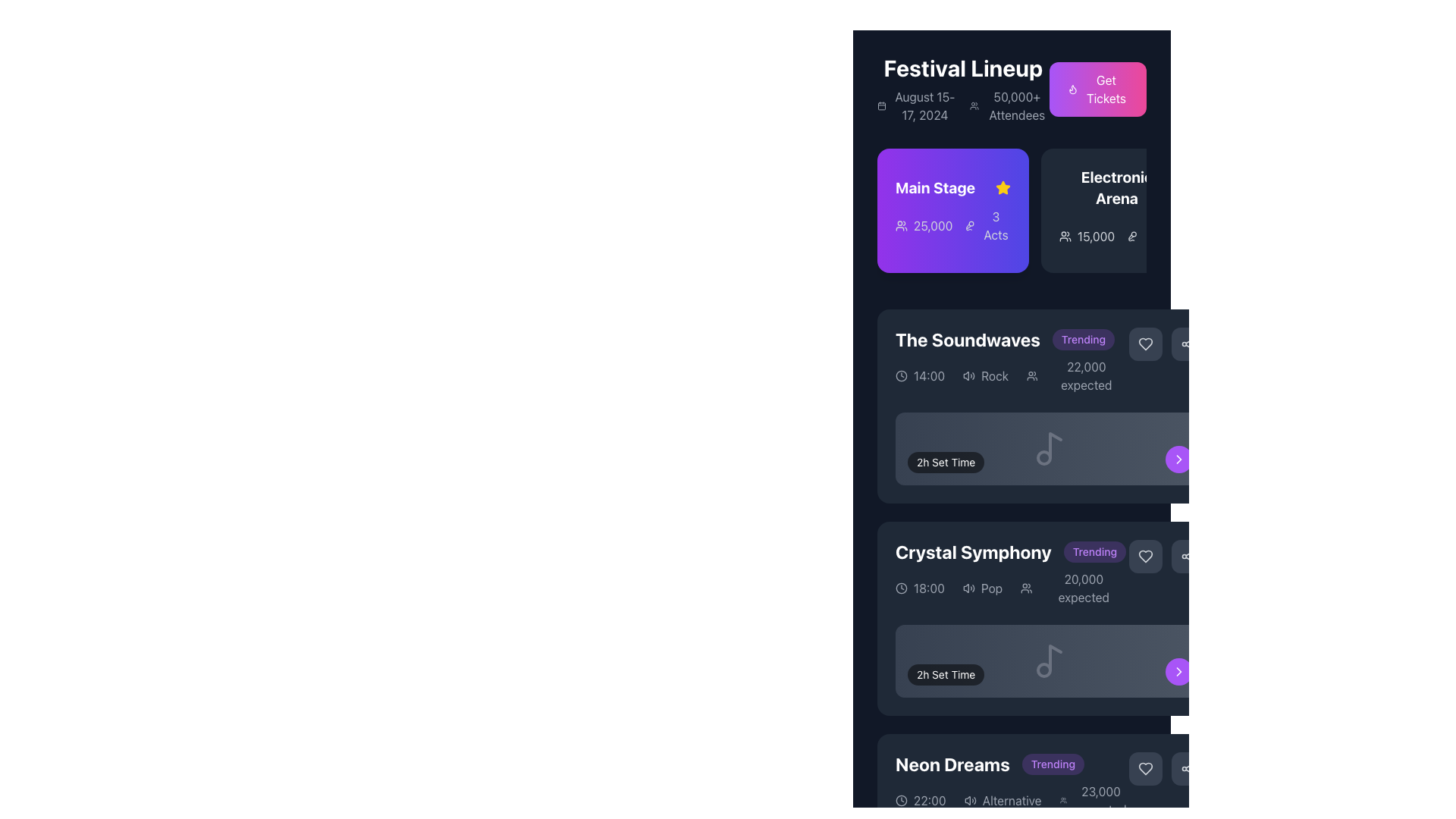  Describe the element at coordinates (1106, 89) in the screenshot. I see `the 'Get Tickets' button with a flame icon located in the top-right corner of the 'Festival Lineup' section` at that location.